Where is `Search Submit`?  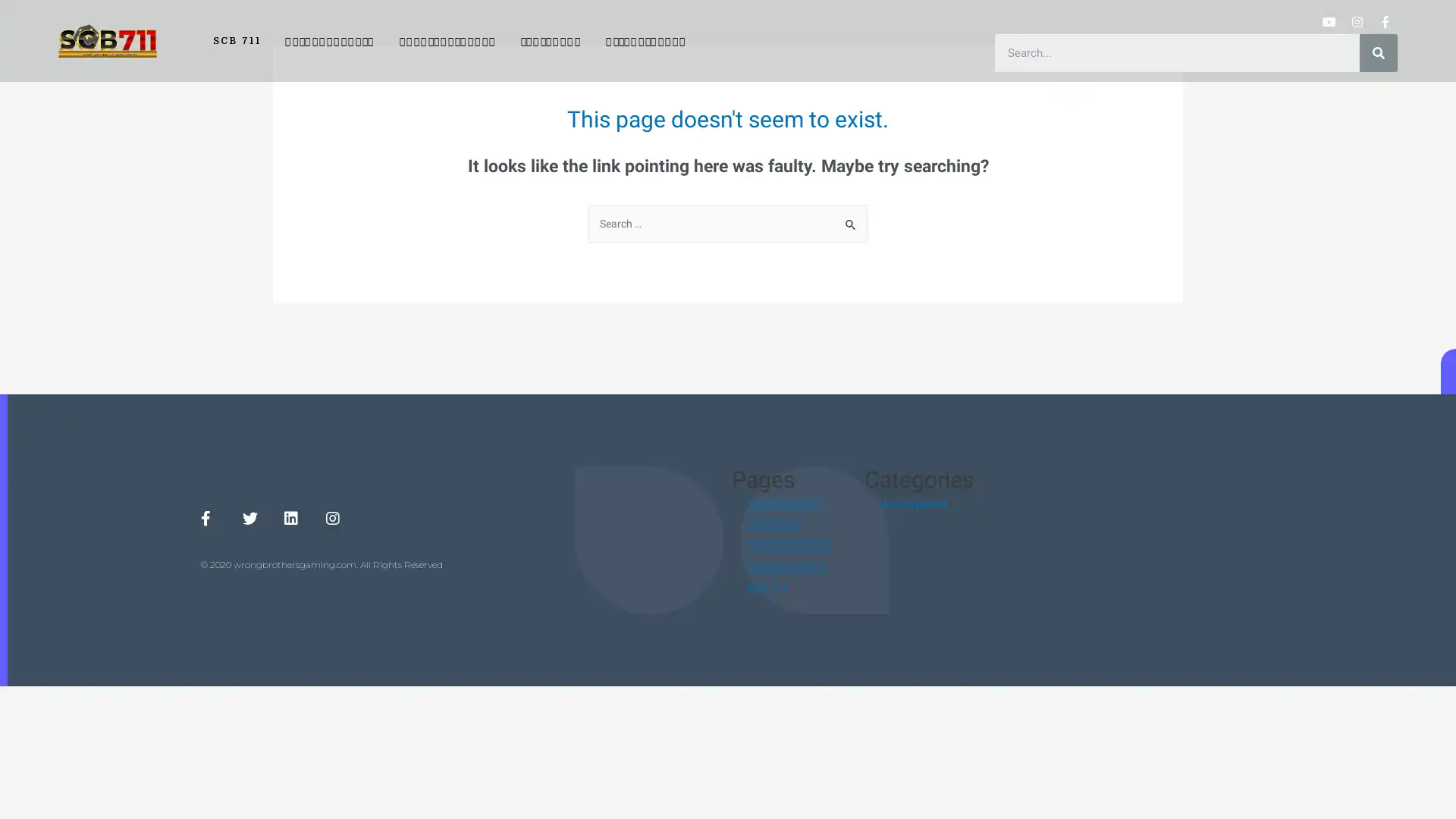 Search Submit is located at coordinates (851, 225).